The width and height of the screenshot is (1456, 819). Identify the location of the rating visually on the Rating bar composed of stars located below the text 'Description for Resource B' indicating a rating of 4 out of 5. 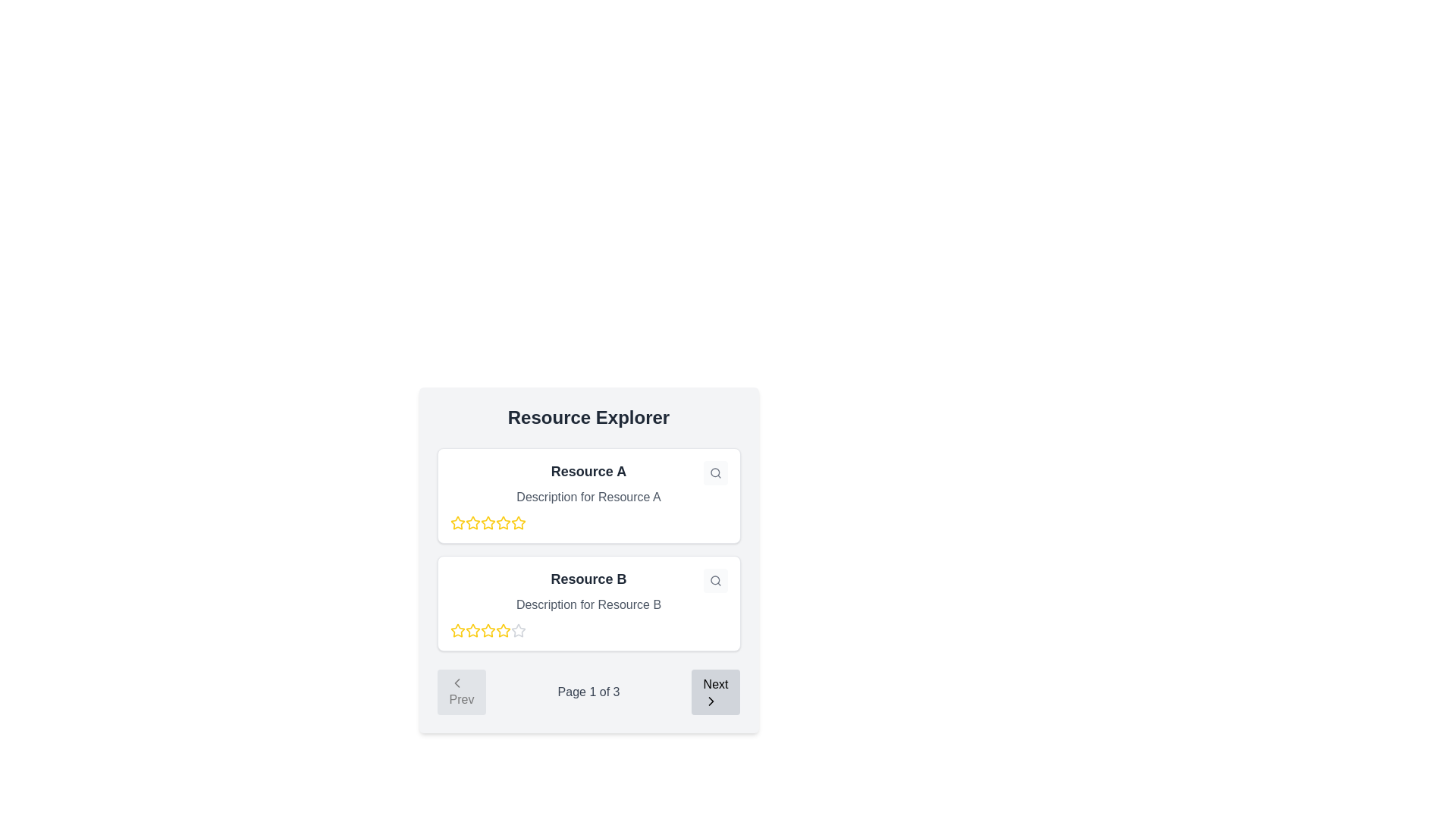
(588, 631).